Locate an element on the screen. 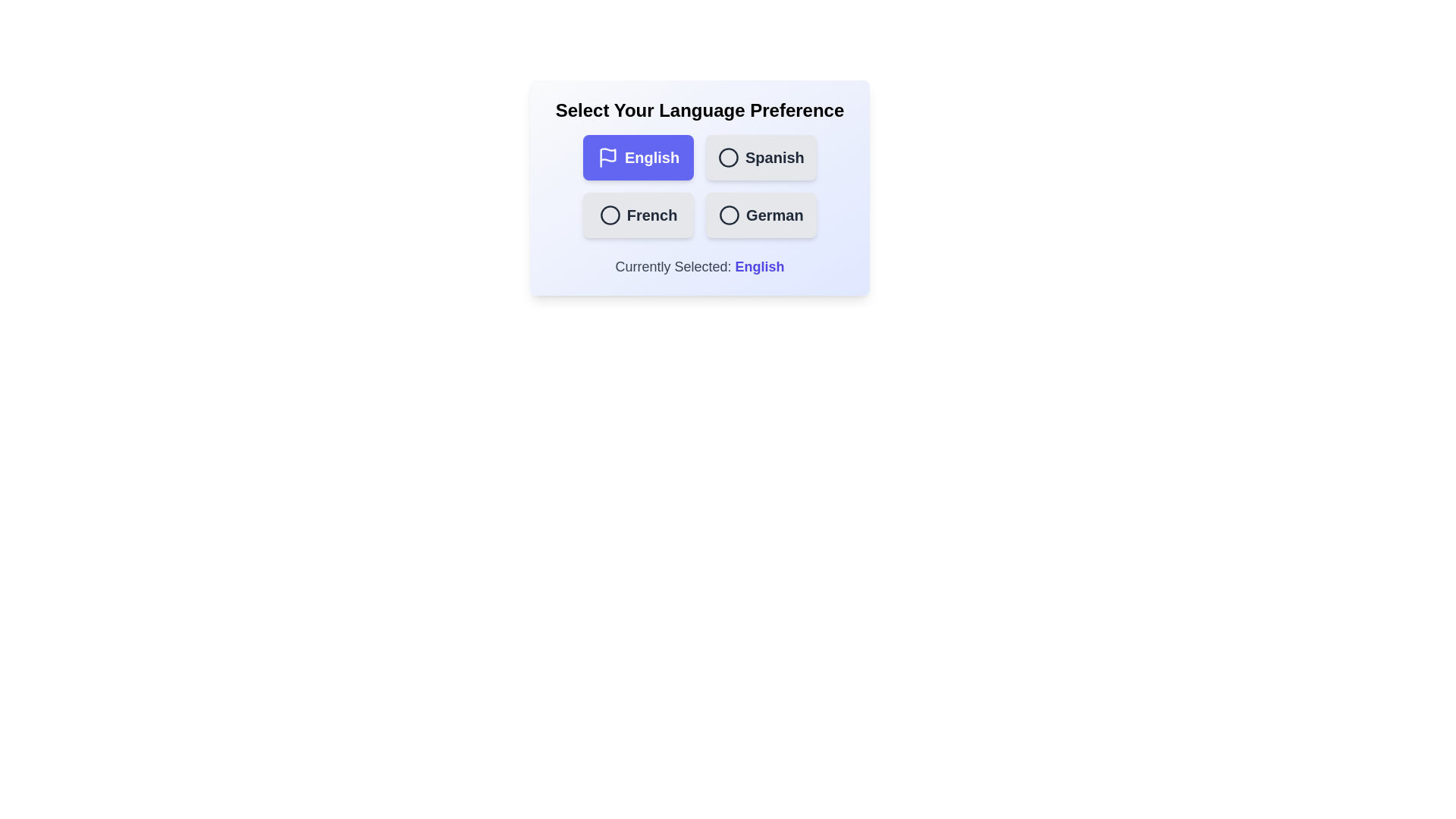 The height and width of the screenshot is (819, 1456). the language Spanish by clicking on its button is located at coordinates (761, 158).